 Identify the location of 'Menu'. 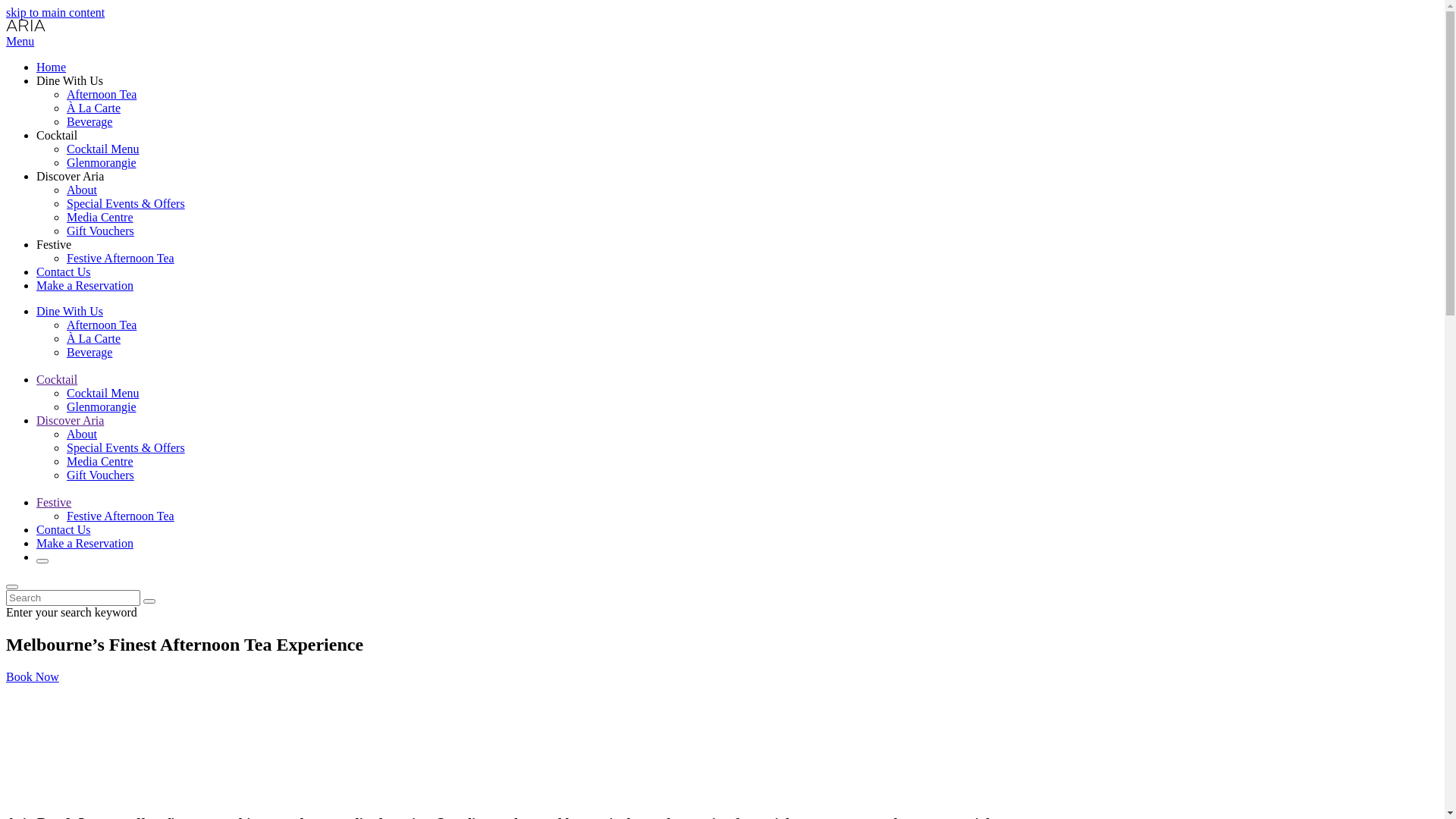
(20, 40).